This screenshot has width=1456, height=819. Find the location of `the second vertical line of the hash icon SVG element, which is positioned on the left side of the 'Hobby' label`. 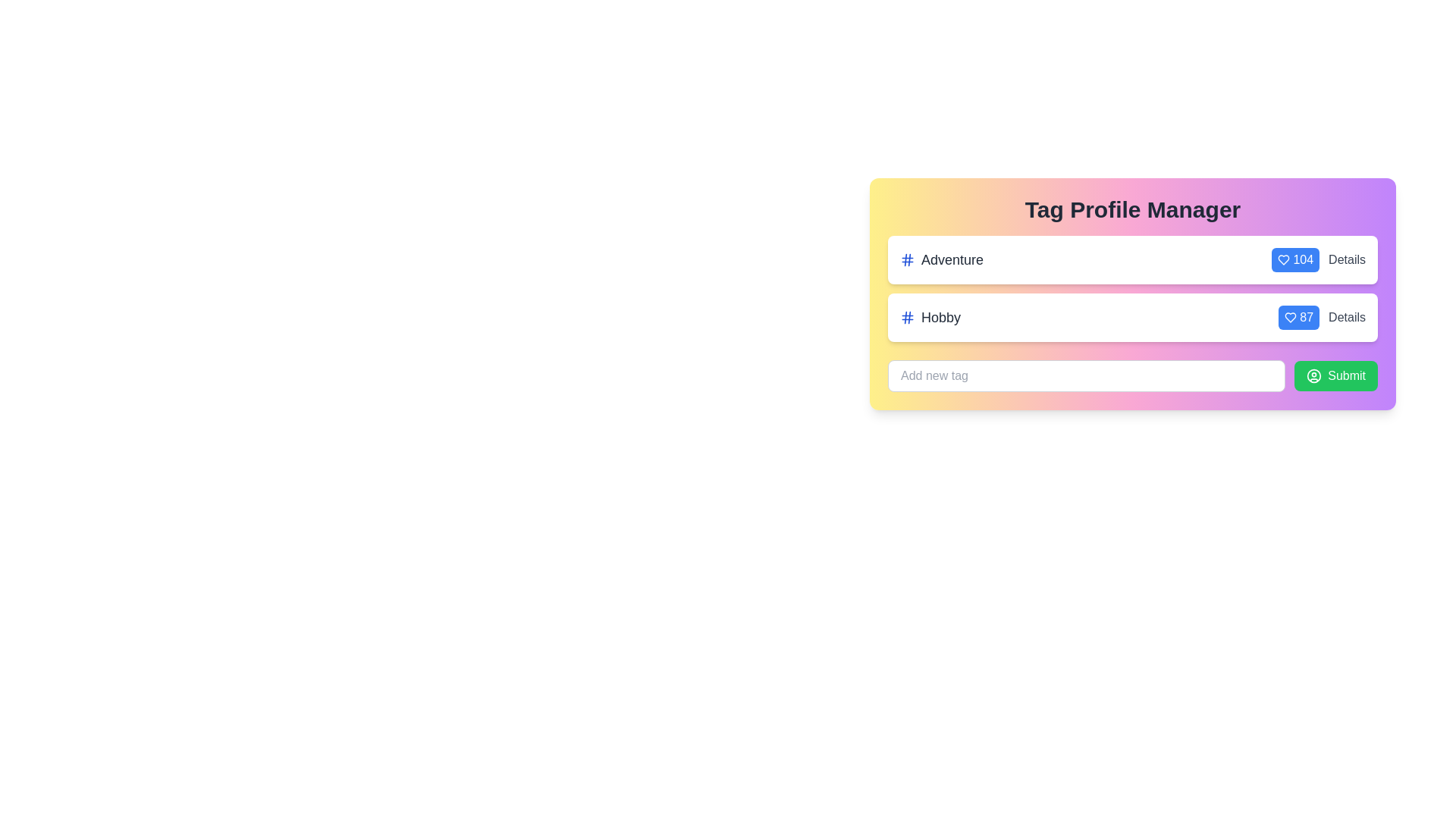

the second vertical line of the hash icon SVG element, which is positioned on the left side of the 'Hobby' label is located at coordinates (905, 317).